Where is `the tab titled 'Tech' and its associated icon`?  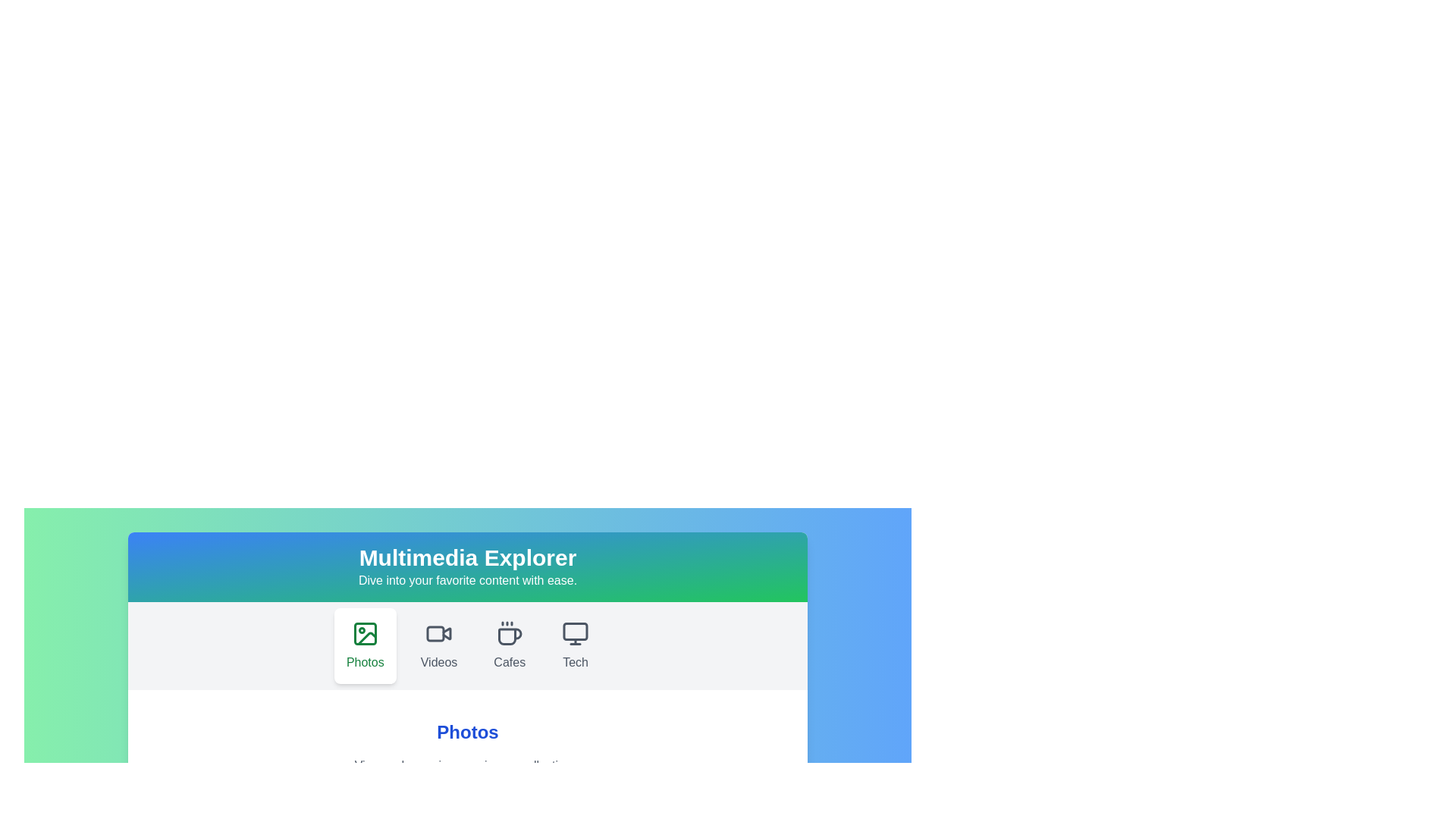 the tab titled 'Tech' and its associated icon is located at coordinates (575, 646).